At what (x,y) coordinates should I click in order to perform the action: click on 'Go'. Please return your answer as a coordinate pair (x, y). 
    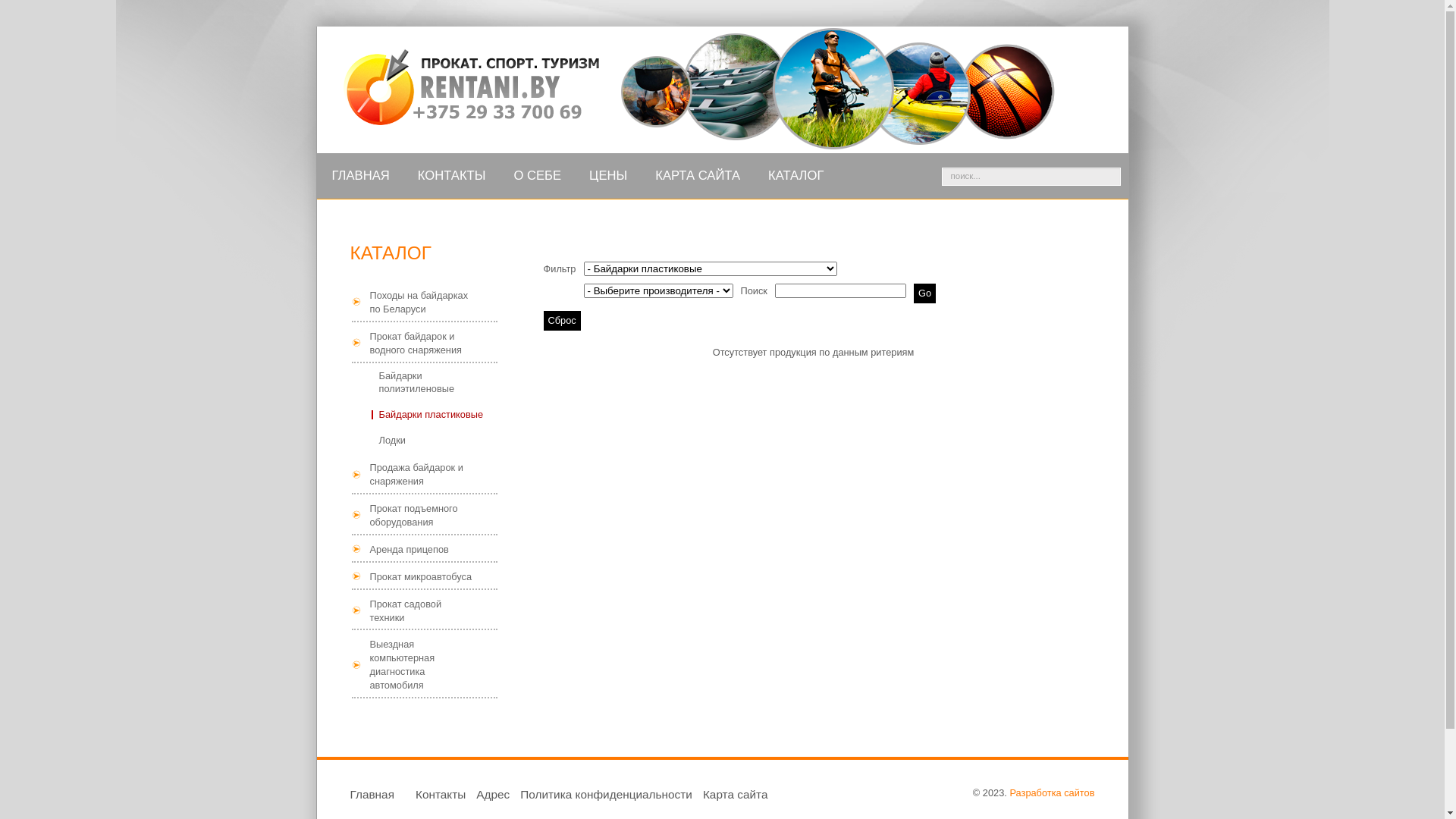
    Looking at the image, I should click on (924, 293).